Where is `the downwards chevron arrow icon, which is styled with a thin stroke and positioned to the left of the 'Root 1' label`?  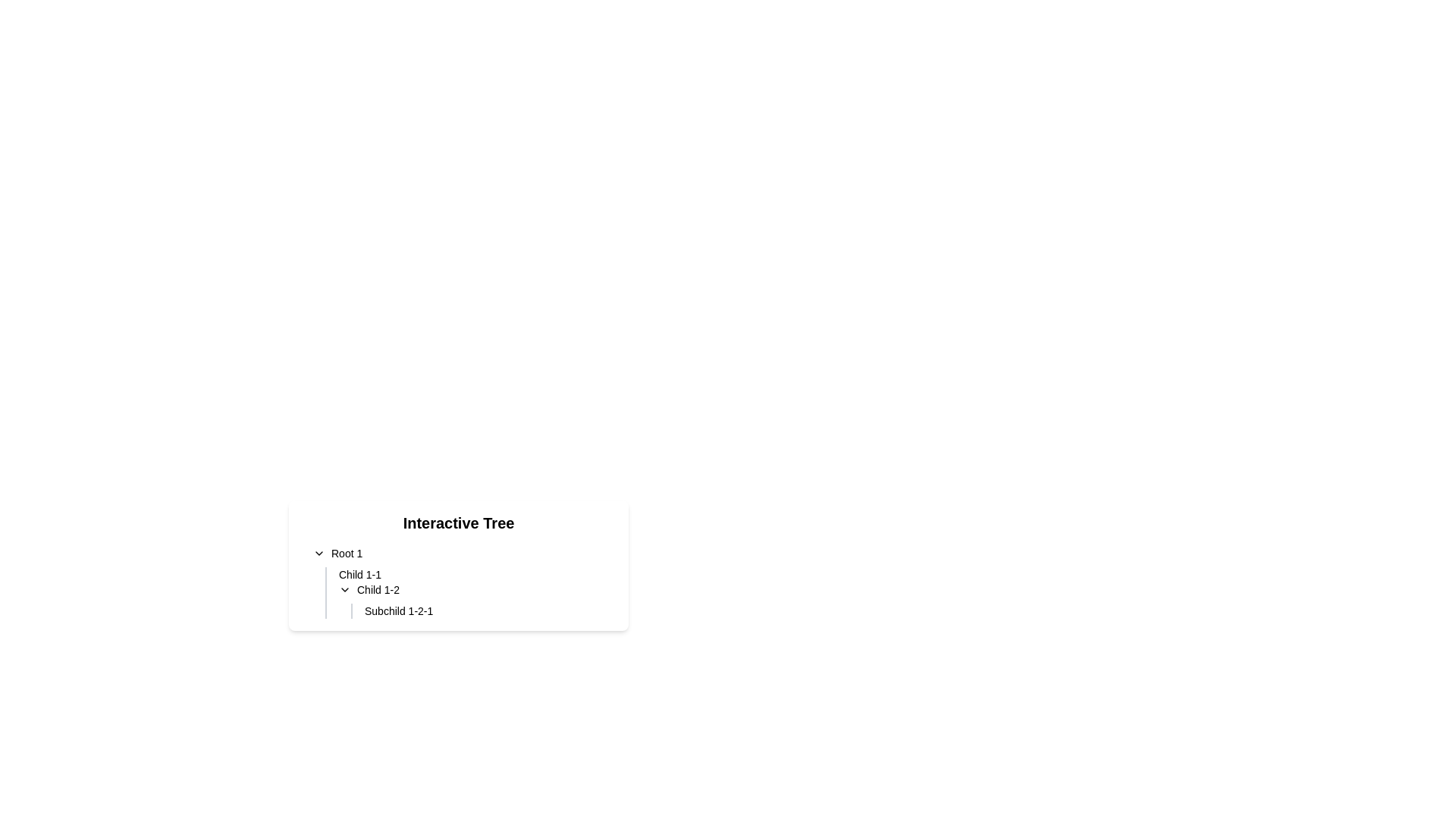
the downwards chevron arrow icon, which is styled with a thin stroke and positioned to the left of the 'Root 1' label is located at coordinates (318, 553).